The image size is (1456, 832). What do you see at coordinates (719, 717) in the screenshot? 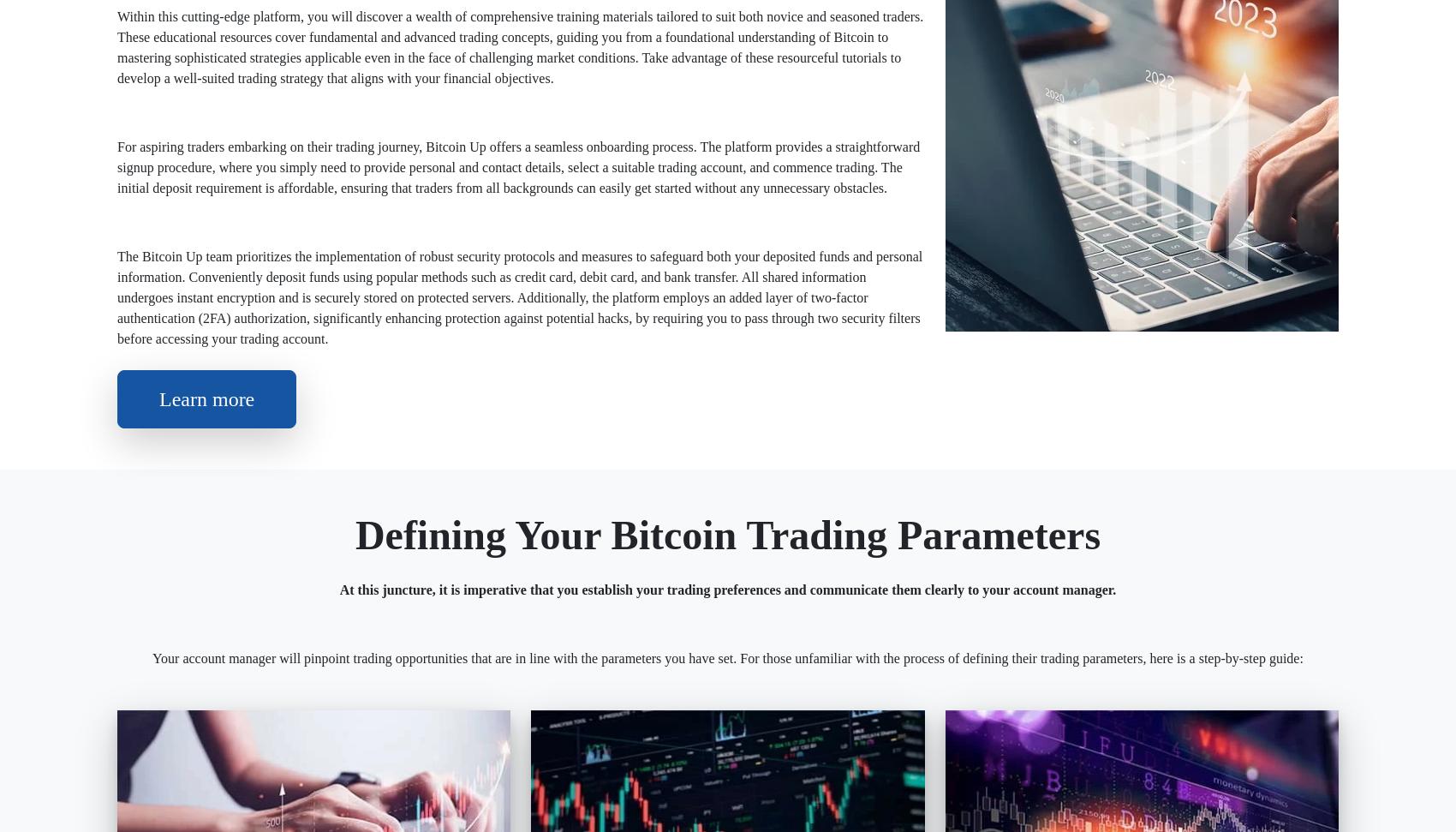
I see `'Carefully read the Terms & Conditions and Disclaimer page of the third-party investor platform before investing. Users must be cognizant of their individual capital gain tax liability in their country of residence. It is against the law to solicit United States persons to buy and sell commodity options, even if they are called ‘prediction' contracts unless they are listed for trading and traded on a CFTC-registered exchange or unless legally exempt.'` at bounding box center [719, 717].